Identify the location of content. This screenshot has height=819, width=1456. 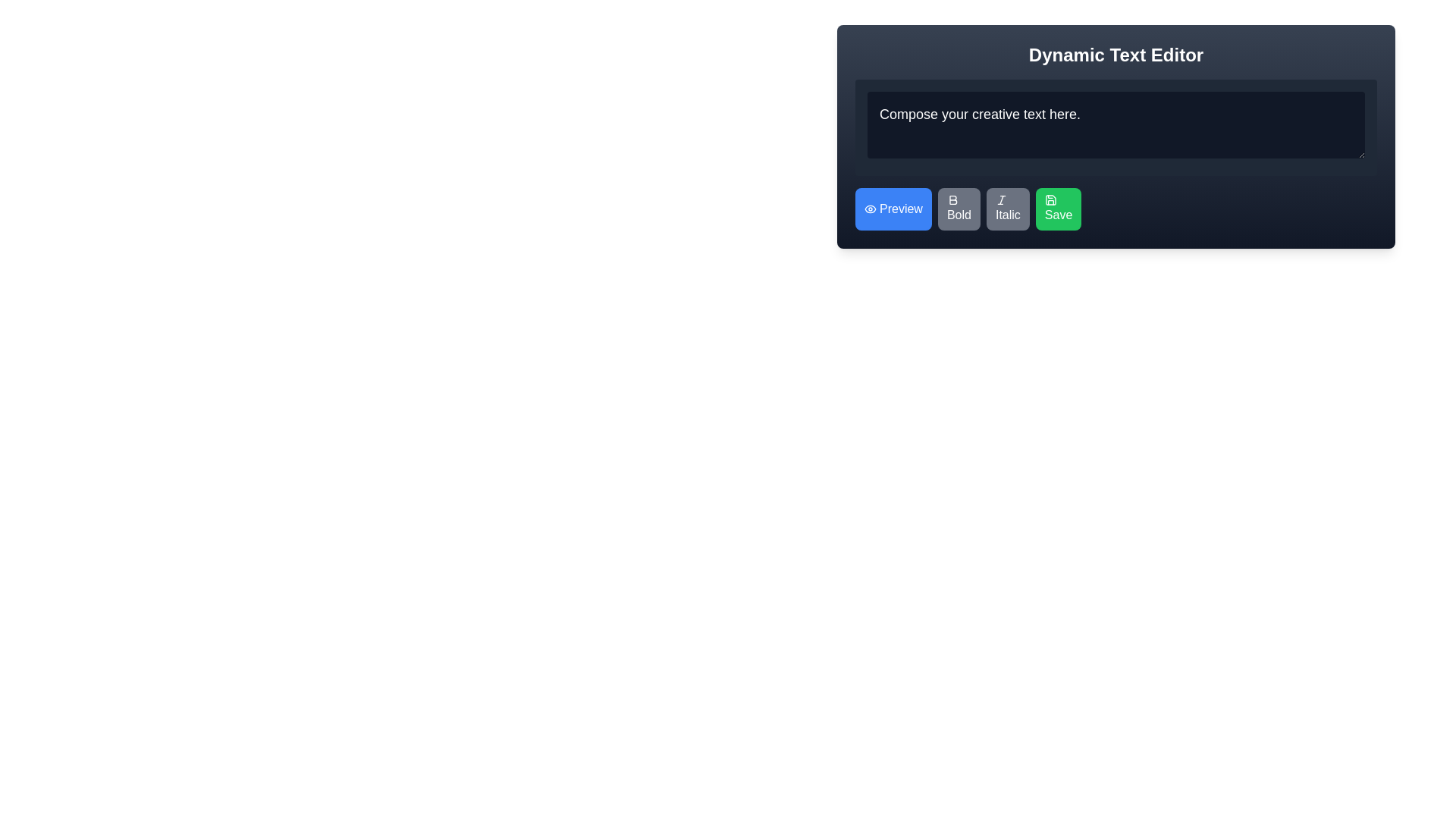
(1116, 155).